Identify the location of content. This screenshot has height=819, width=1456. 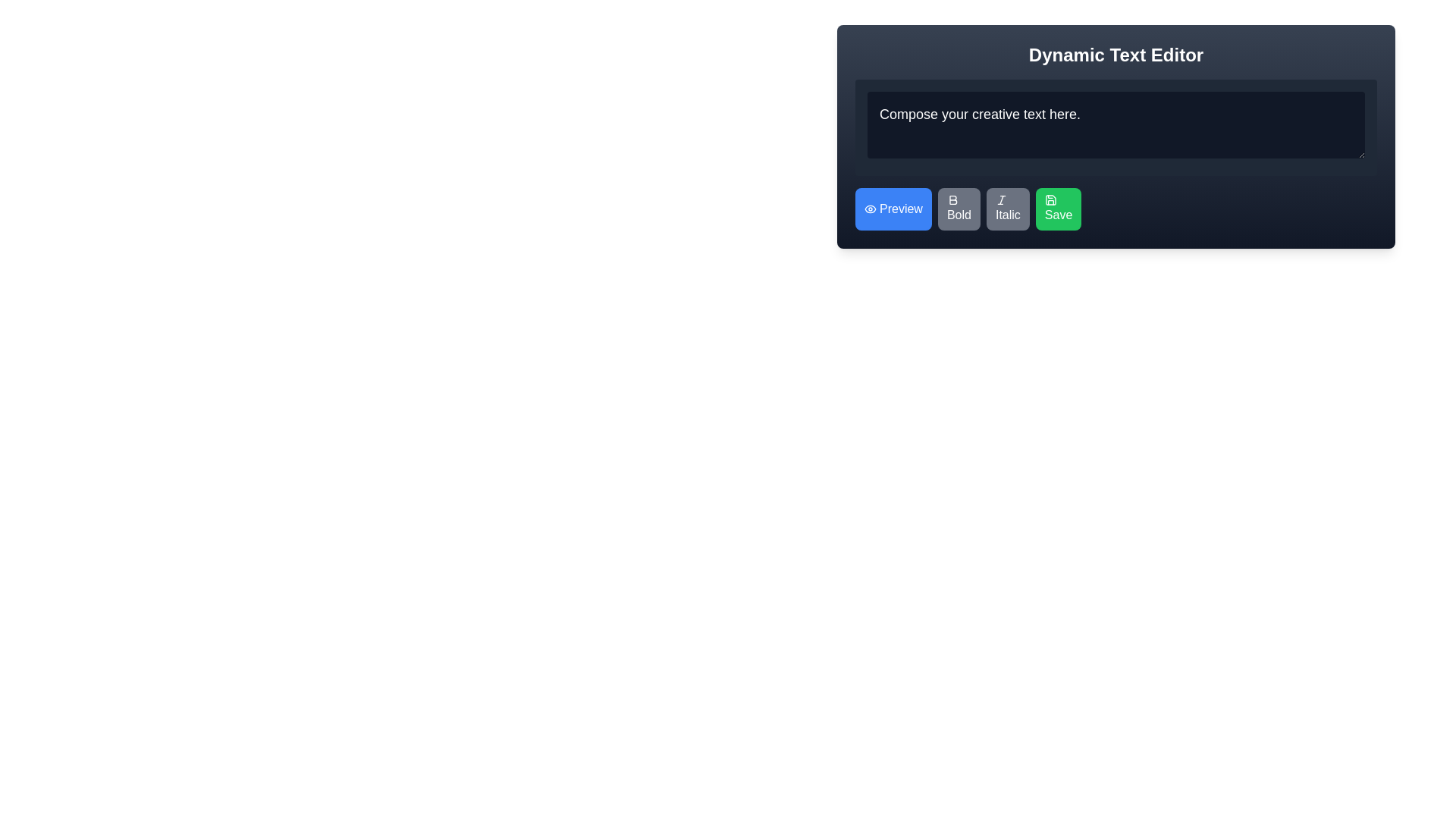
(1116, 155).